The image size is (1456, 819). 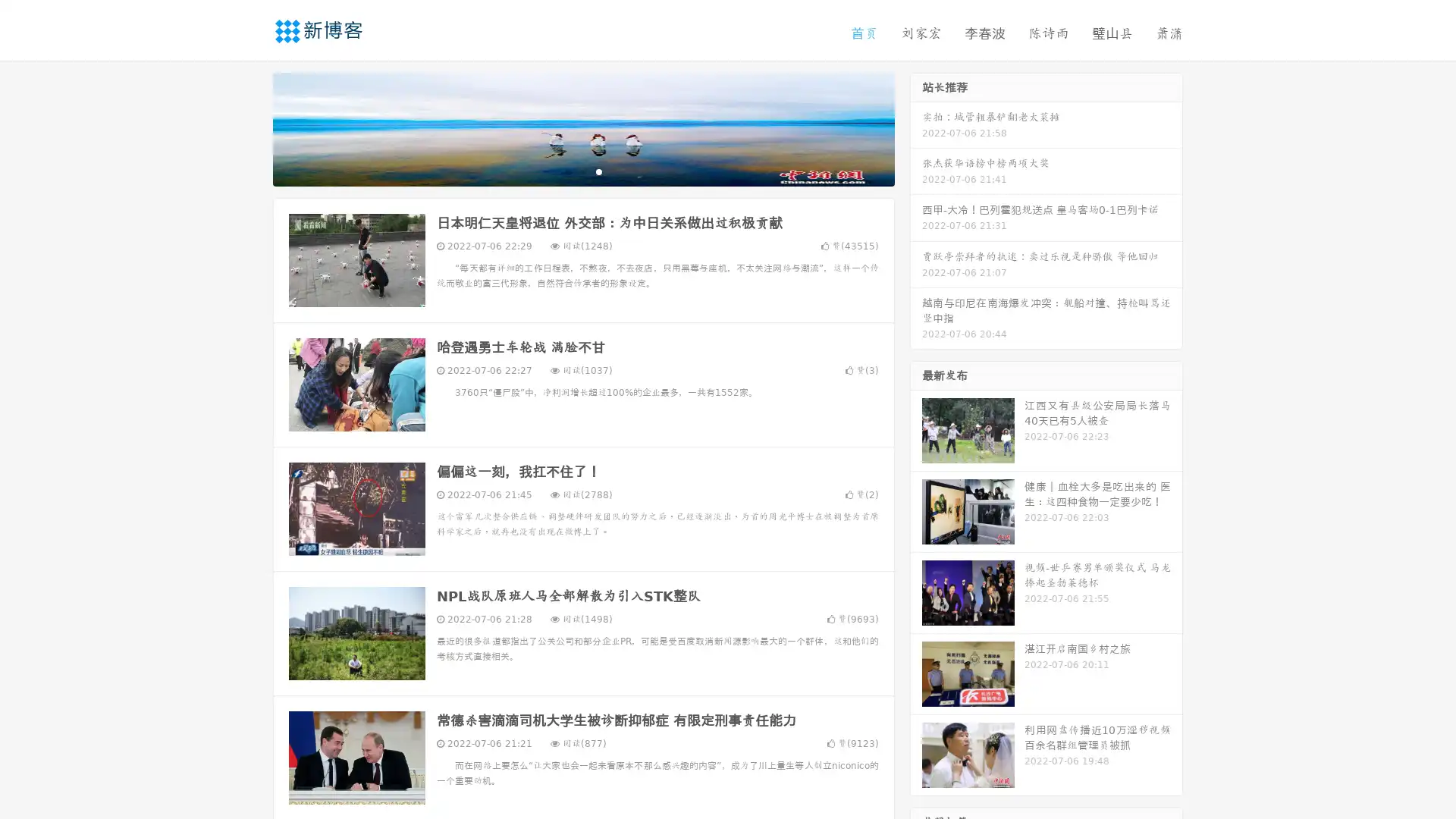 What do you see at coordinates (916, 127) in the screenshot?
I see `Next slide` at bounding box center [916, 127].